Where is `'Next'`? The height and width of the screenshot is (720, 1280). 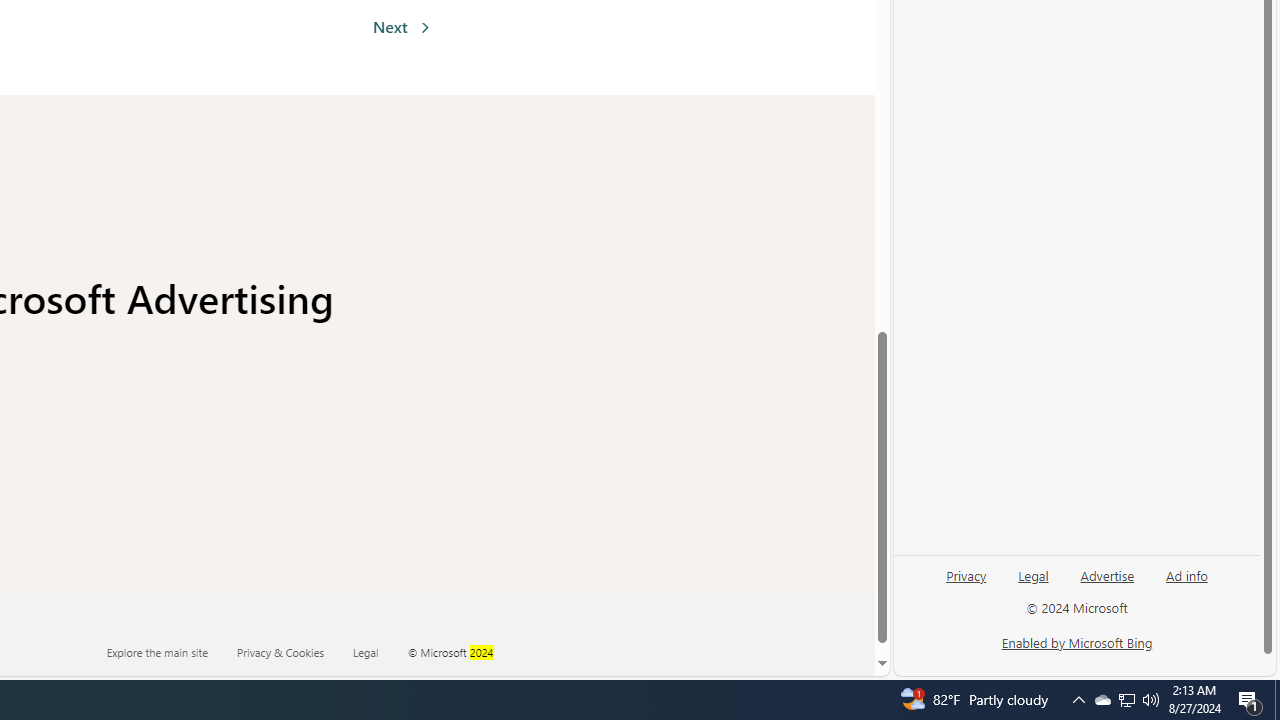
'Next' is located at coordinates (400, 27).